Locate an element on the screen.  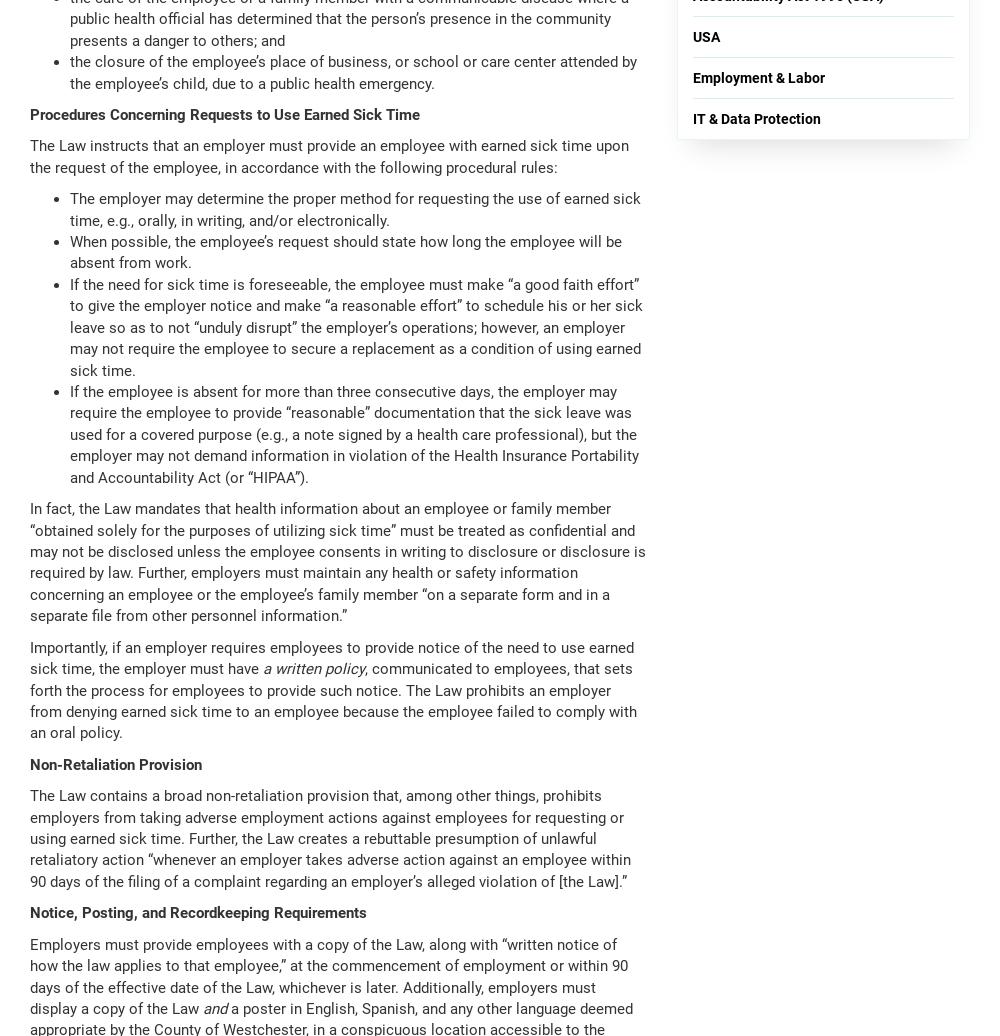
'If the employee is absent for more than three consecutive days, the employer may require the employee to provide “reasonable” documentation that the sick leave was used for a covered purpose (e.g., a note signed by a health care professional), but the employer may not demand information in violation of the Health Insurance Portability and Accountability Act (or “HIPAA”).' is located at coordinates (69, 434).